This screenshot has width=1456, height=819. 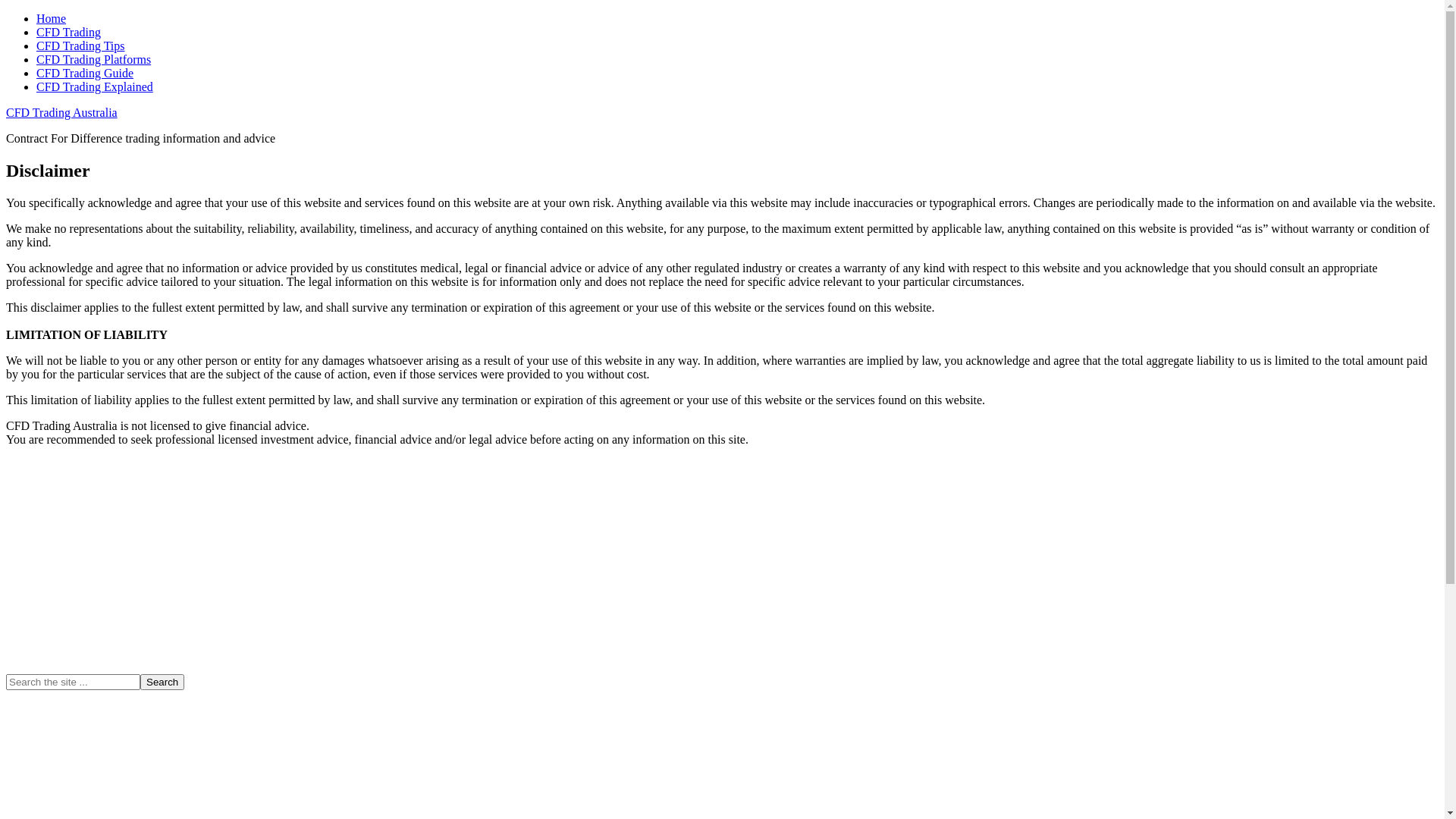 I want to click on 'CFD Trading Tips', so click(x=80, y=45).